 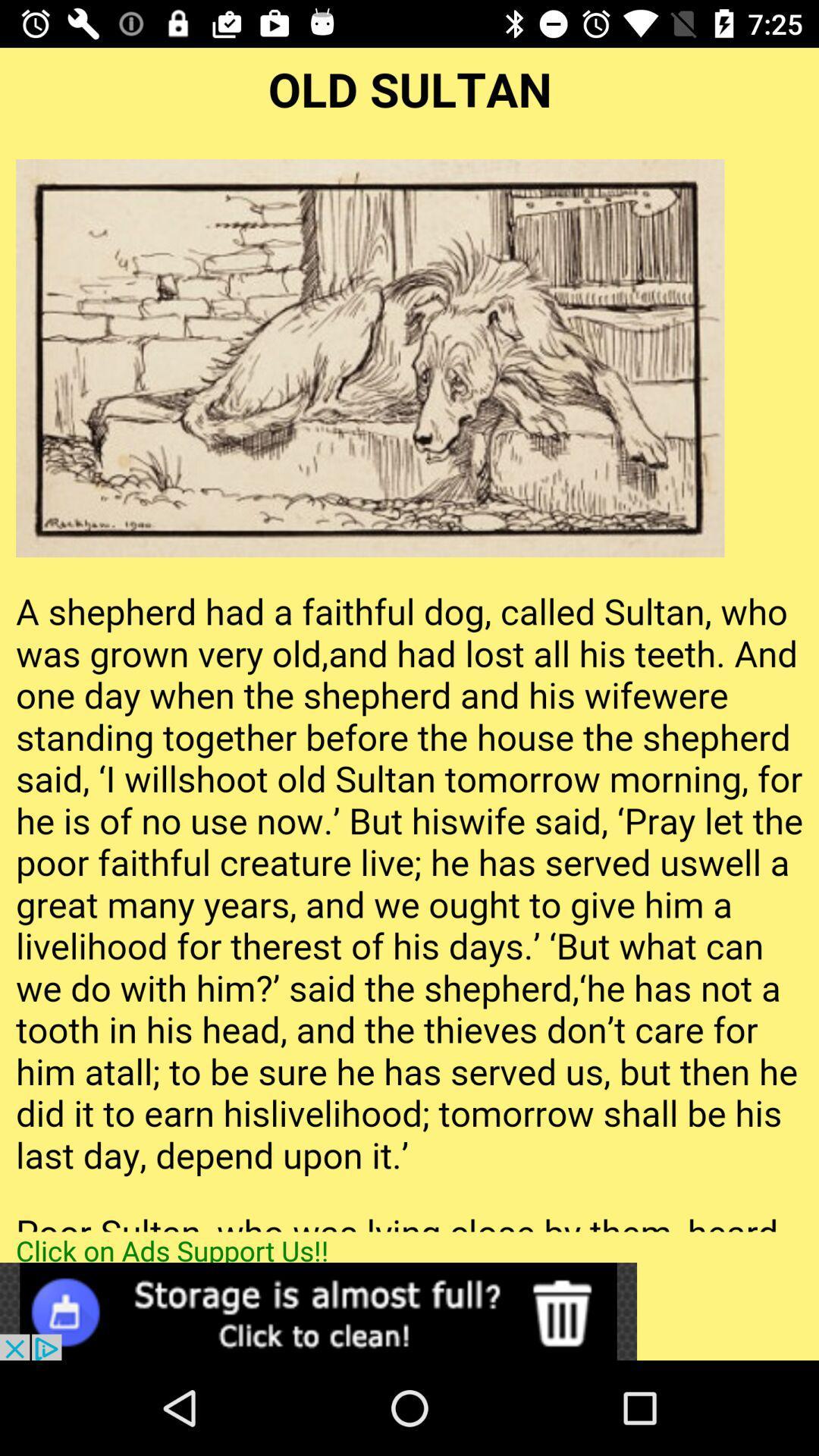 What do you see at coordinates (318, 1310) in the screenshot?
I see `click on advertisement` at bounding box center [318, 1310].